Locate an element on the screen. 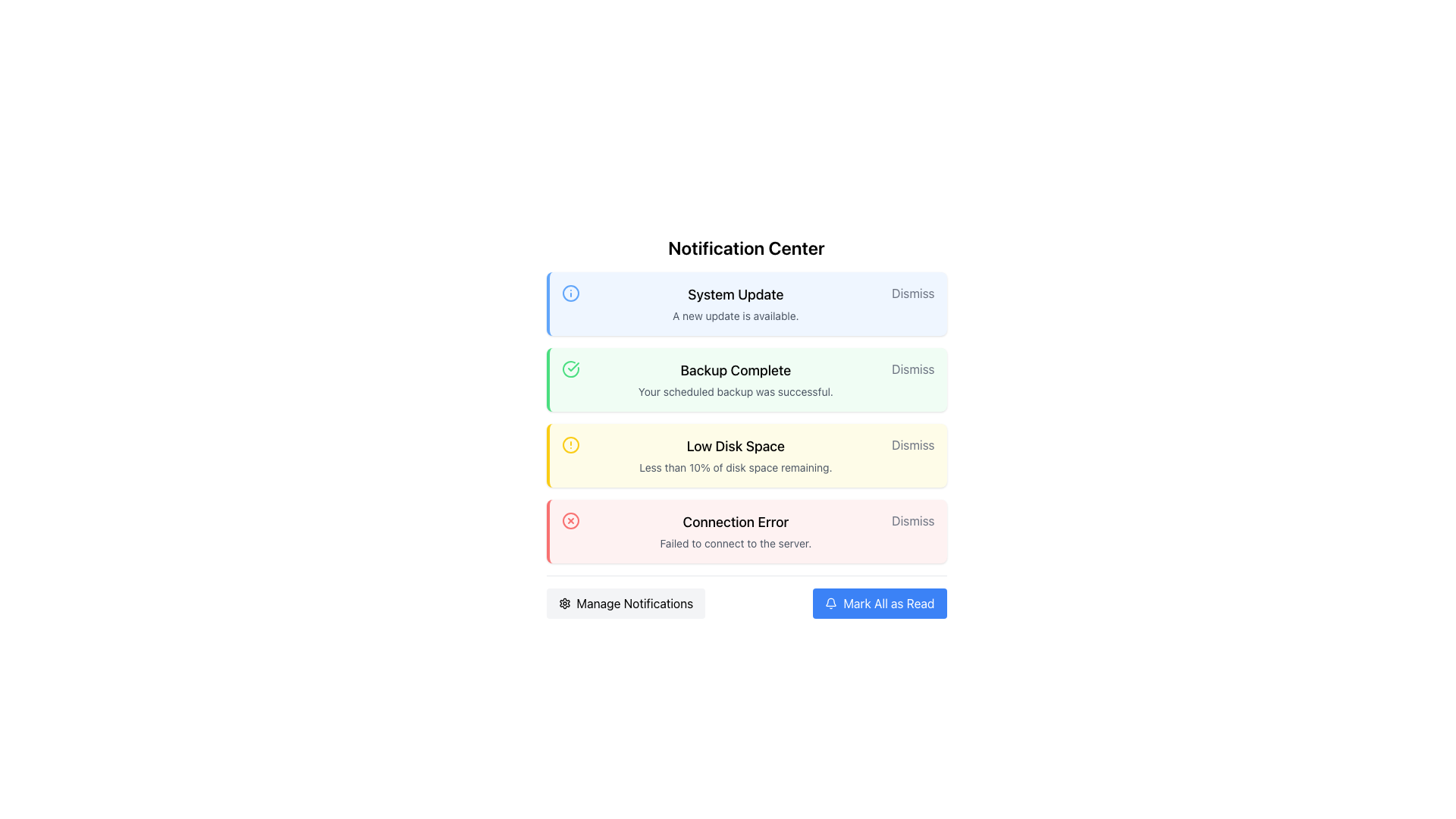 The image size is (1456, 819). the dismiss button styled as a hyperlink in the top-right section of the 'Low Disk Space' notification card to change its color is located at coordinates (912, 444).